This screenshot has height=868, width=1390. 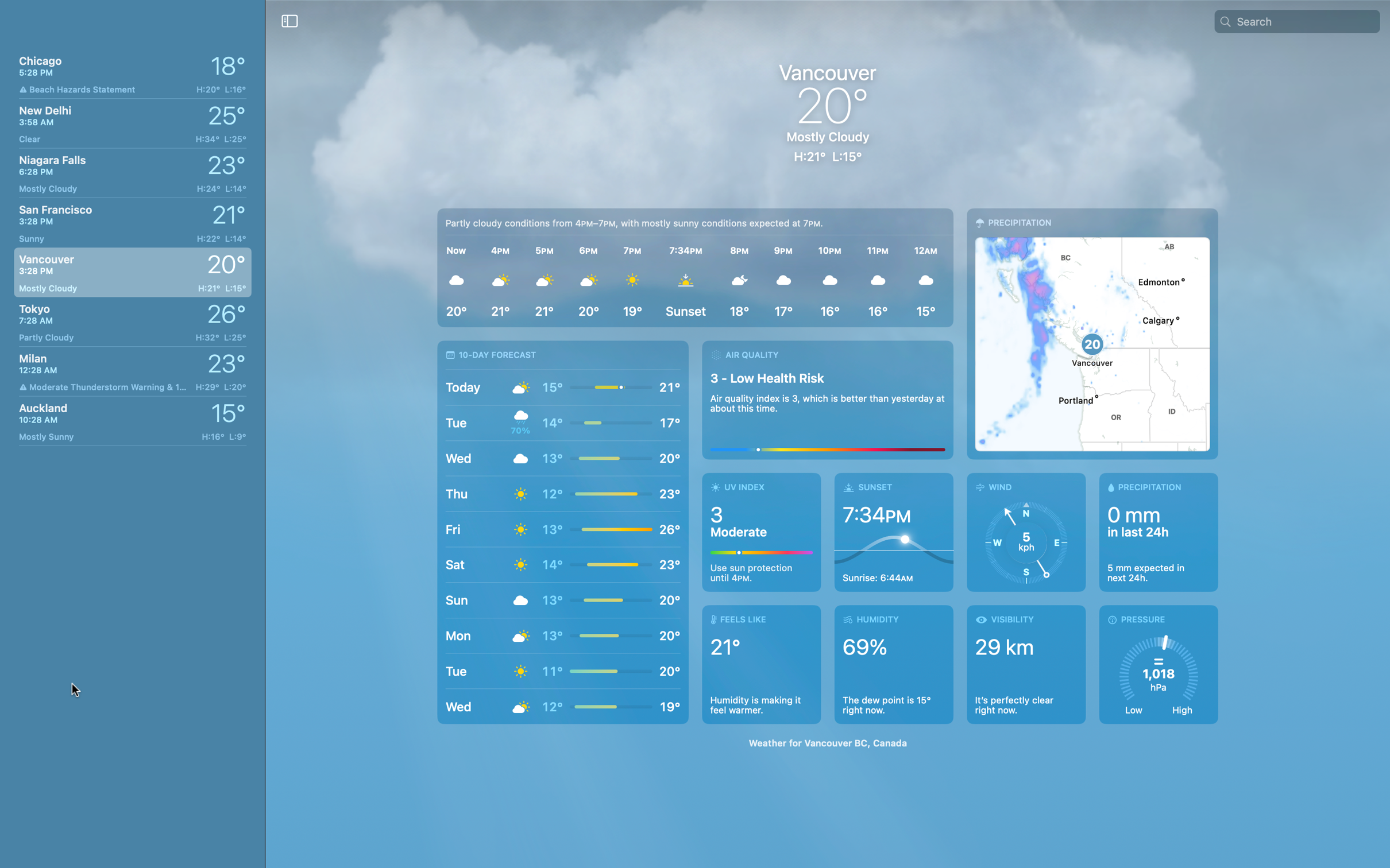 What do you see at coordinates (130, 219) in the screenshot?
I see `Verify meteorological conditions in San Francisco` at bounding box center [130, 219].